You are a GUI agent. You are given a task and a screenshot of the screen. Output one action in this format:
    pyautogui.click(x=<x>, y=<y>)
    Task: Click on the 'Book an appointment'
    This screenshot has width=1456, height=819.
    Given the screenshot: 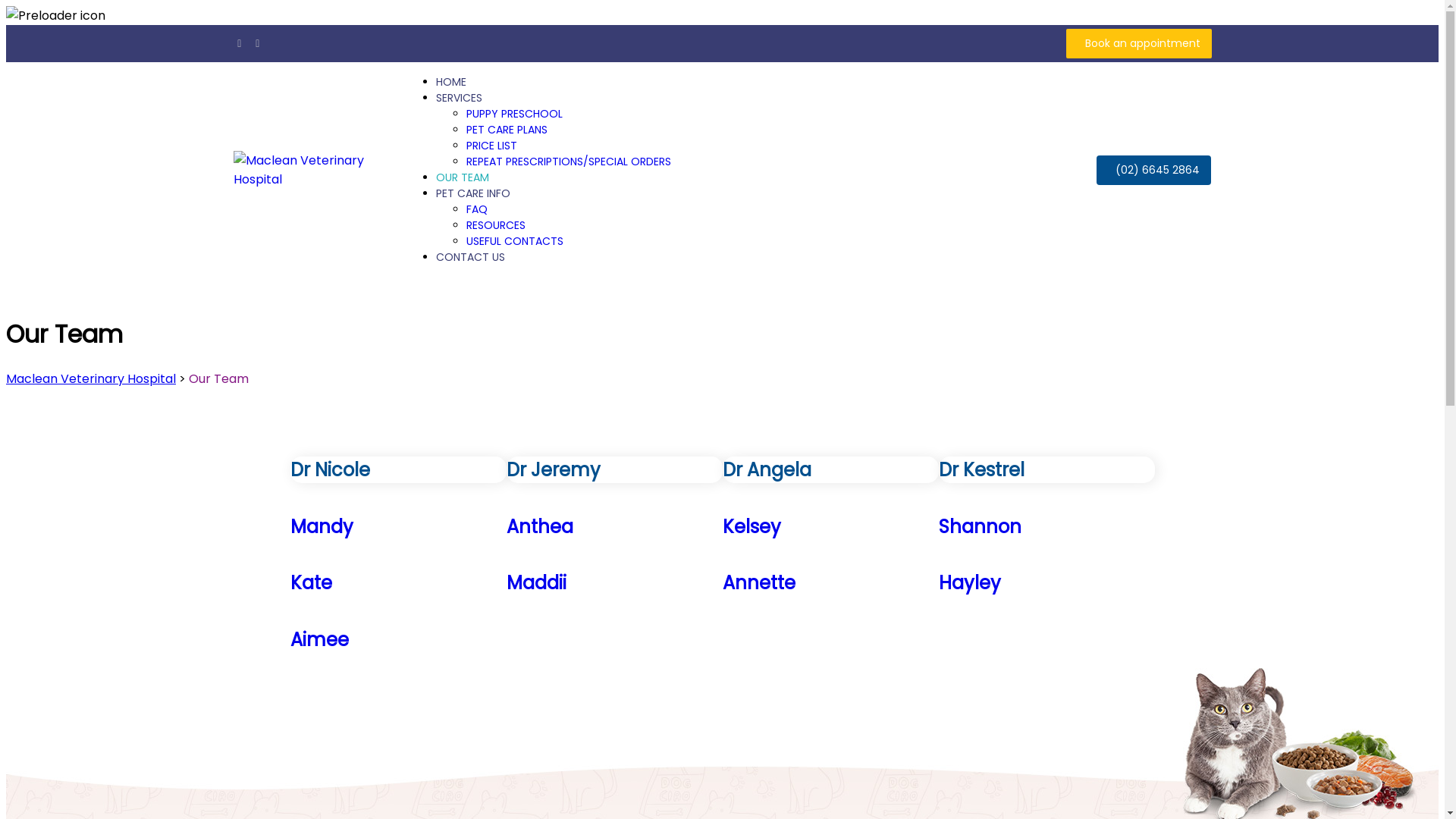 What is the action you would take?
    pyautogui.click(x=1139, y=42)
    